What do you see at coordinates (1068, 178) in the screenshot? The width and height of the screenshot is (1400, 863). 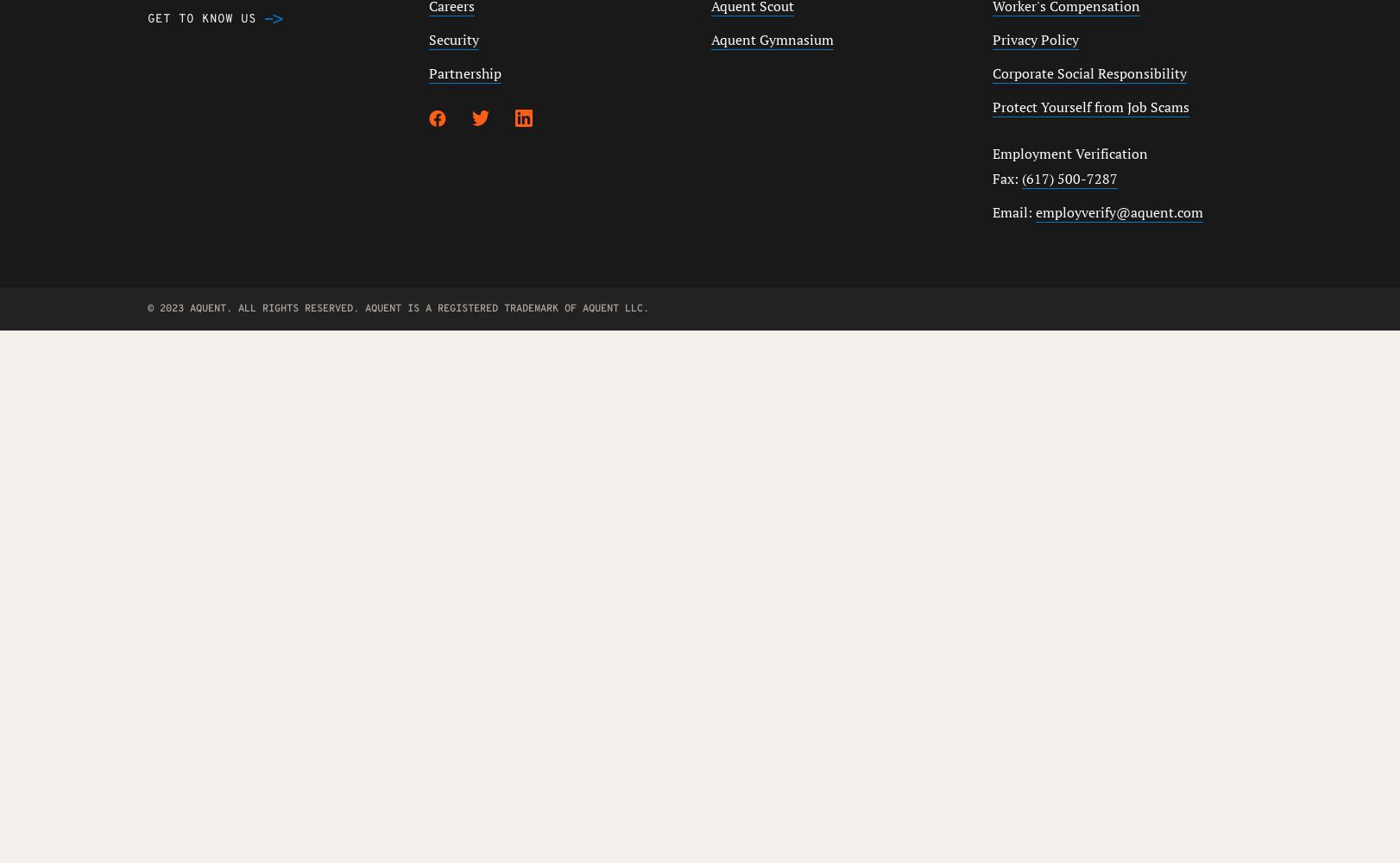 I see `'(617) 500-7287'` at bounding box center [1068, 178].